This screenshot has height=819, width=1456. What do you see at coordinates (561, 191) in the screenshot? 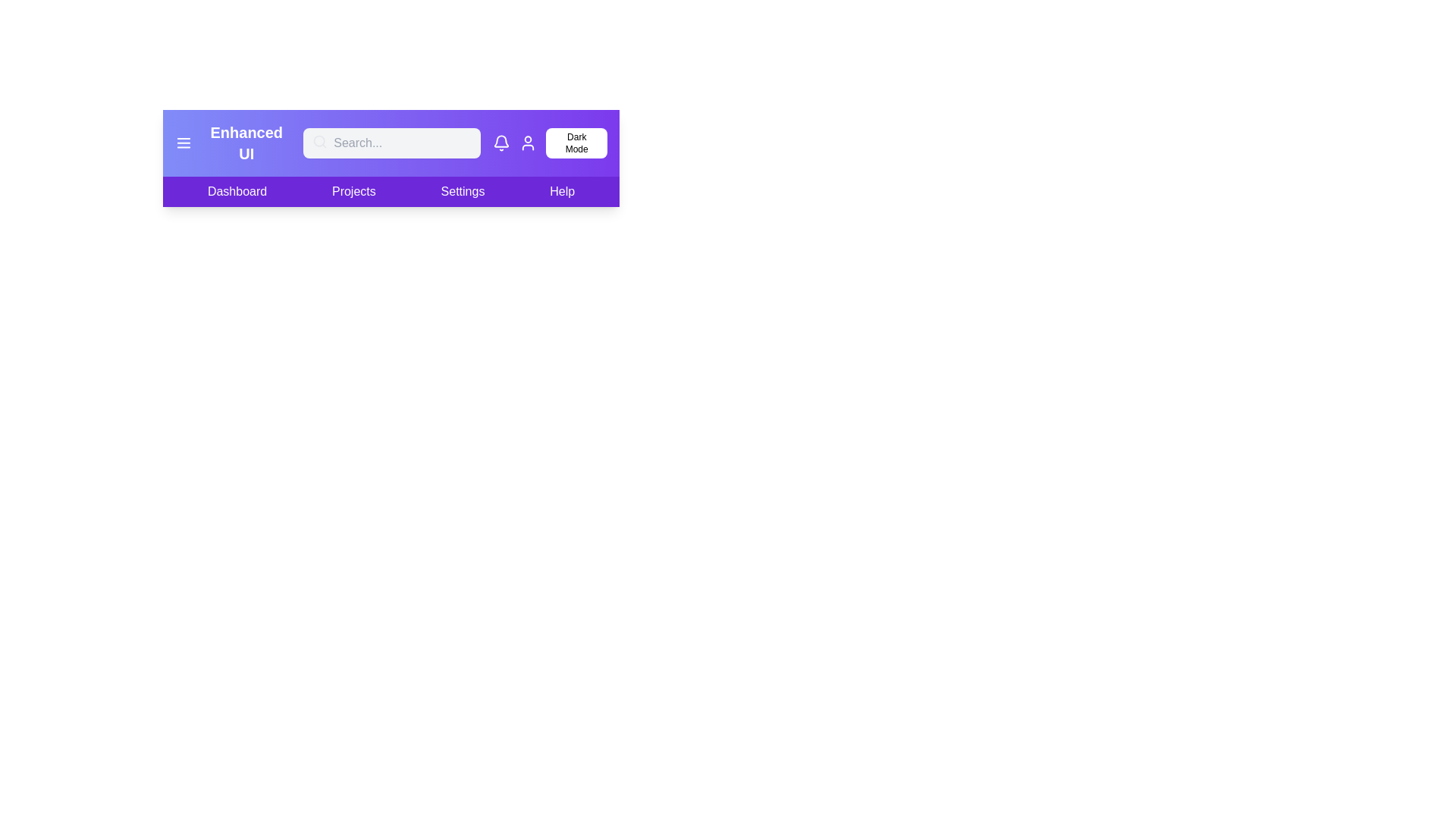
I see `the 'Help' section in the navigation bar` at bounding box center [561, 191].